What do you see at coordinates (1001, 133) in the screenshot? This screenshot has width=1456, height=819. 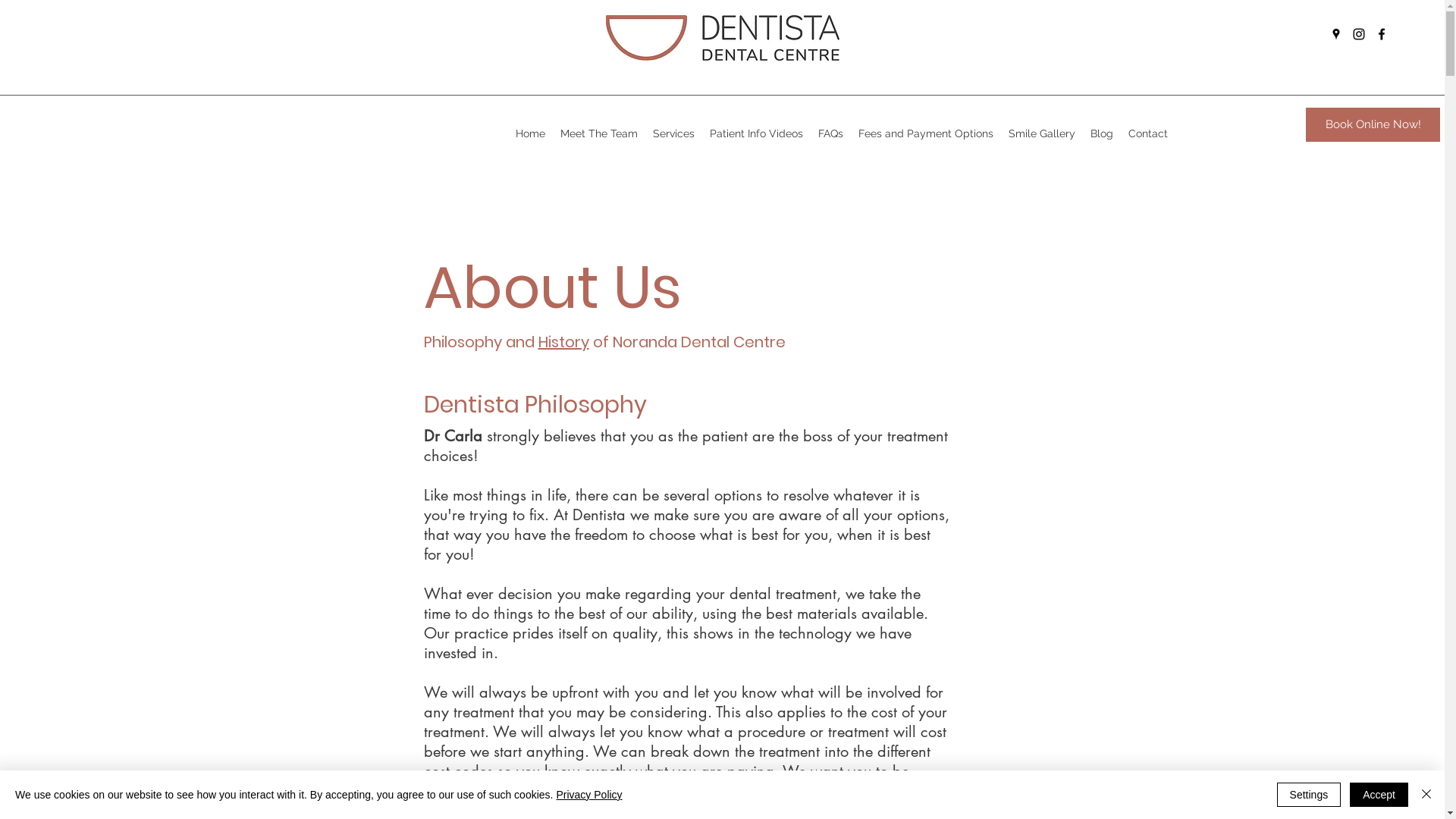 I see `'Smile Gallery'` at bounding box center [1001, 133].